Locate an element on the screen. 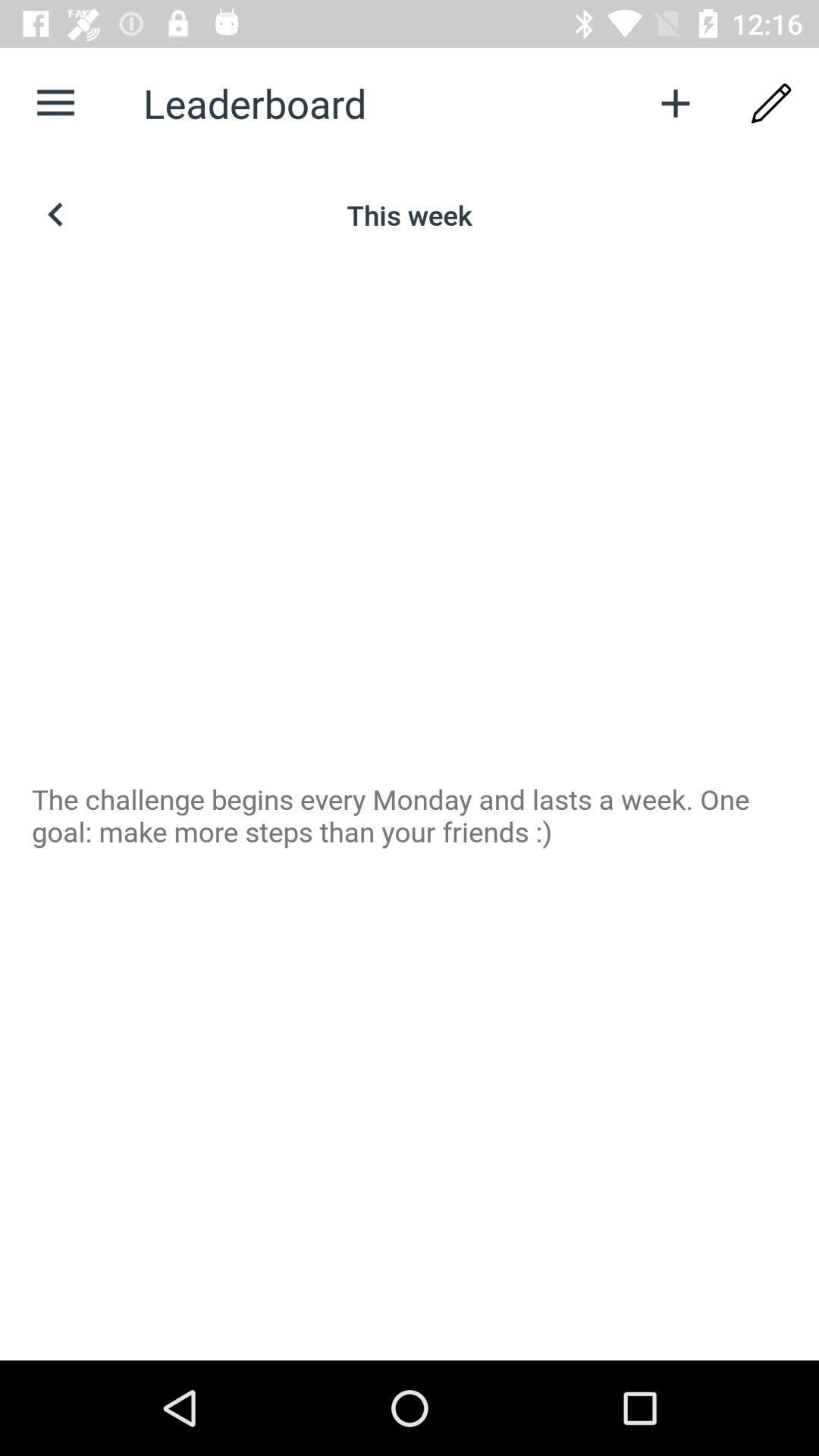 Image resolution: width=819 pixels, height=1456 pixels. the icon above the the challenge begins item is located at coordinates (771, 102).